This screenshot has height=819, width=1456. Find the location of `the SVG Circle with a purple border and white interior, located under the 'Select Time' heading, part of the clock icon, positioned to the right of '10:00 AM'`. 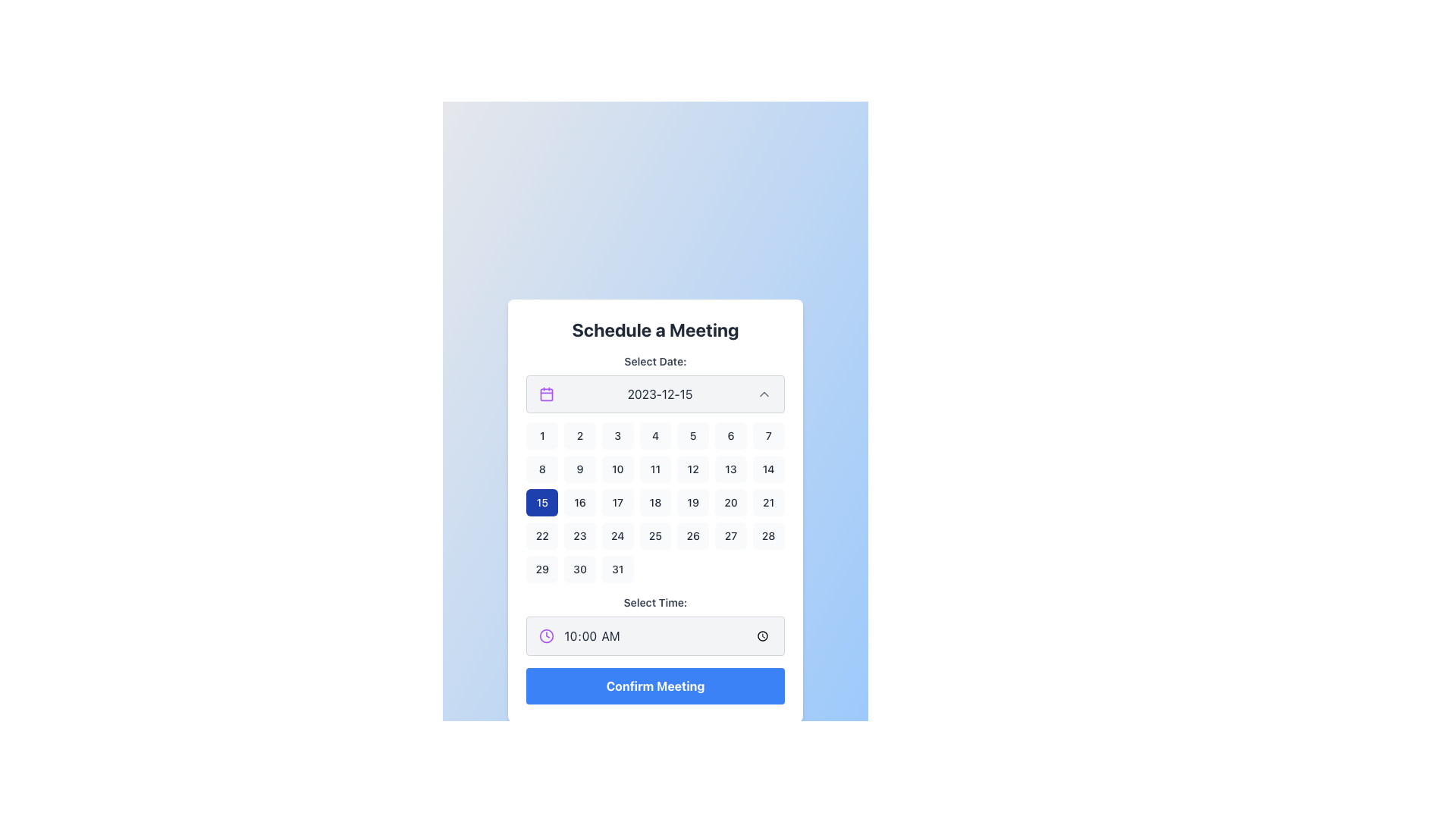

the SVG Circle with a purple border and white interior, located under the 'Select Time' heading, part of the clock icon, positioned to the right of '10:00 AM' is located at coordinates (546, 636).